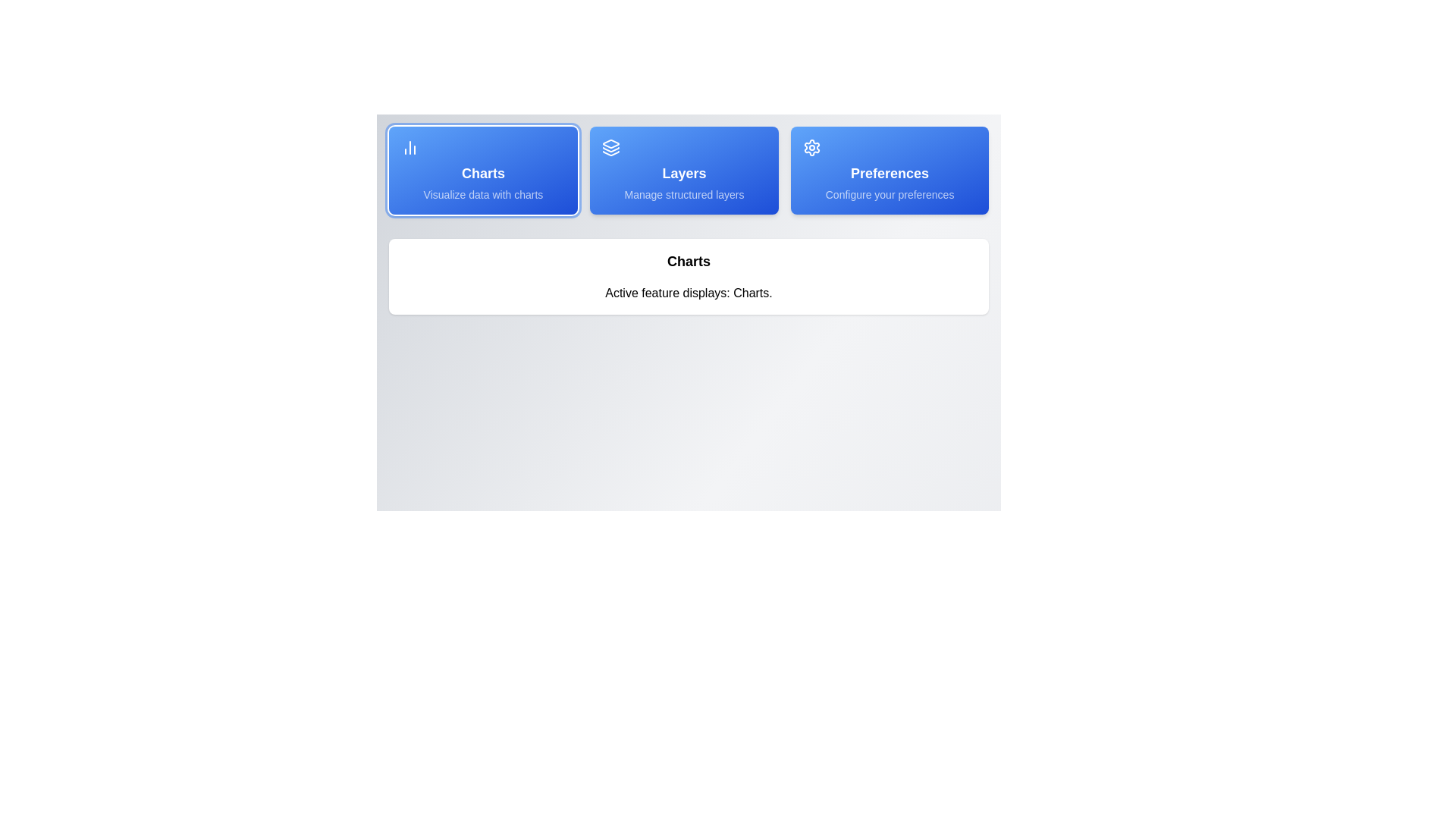  I want to click on the text display that reads 'Visualize data with charts', which is located within the 'Charts' card component, positioned underneath the title text, so click(482, 194).